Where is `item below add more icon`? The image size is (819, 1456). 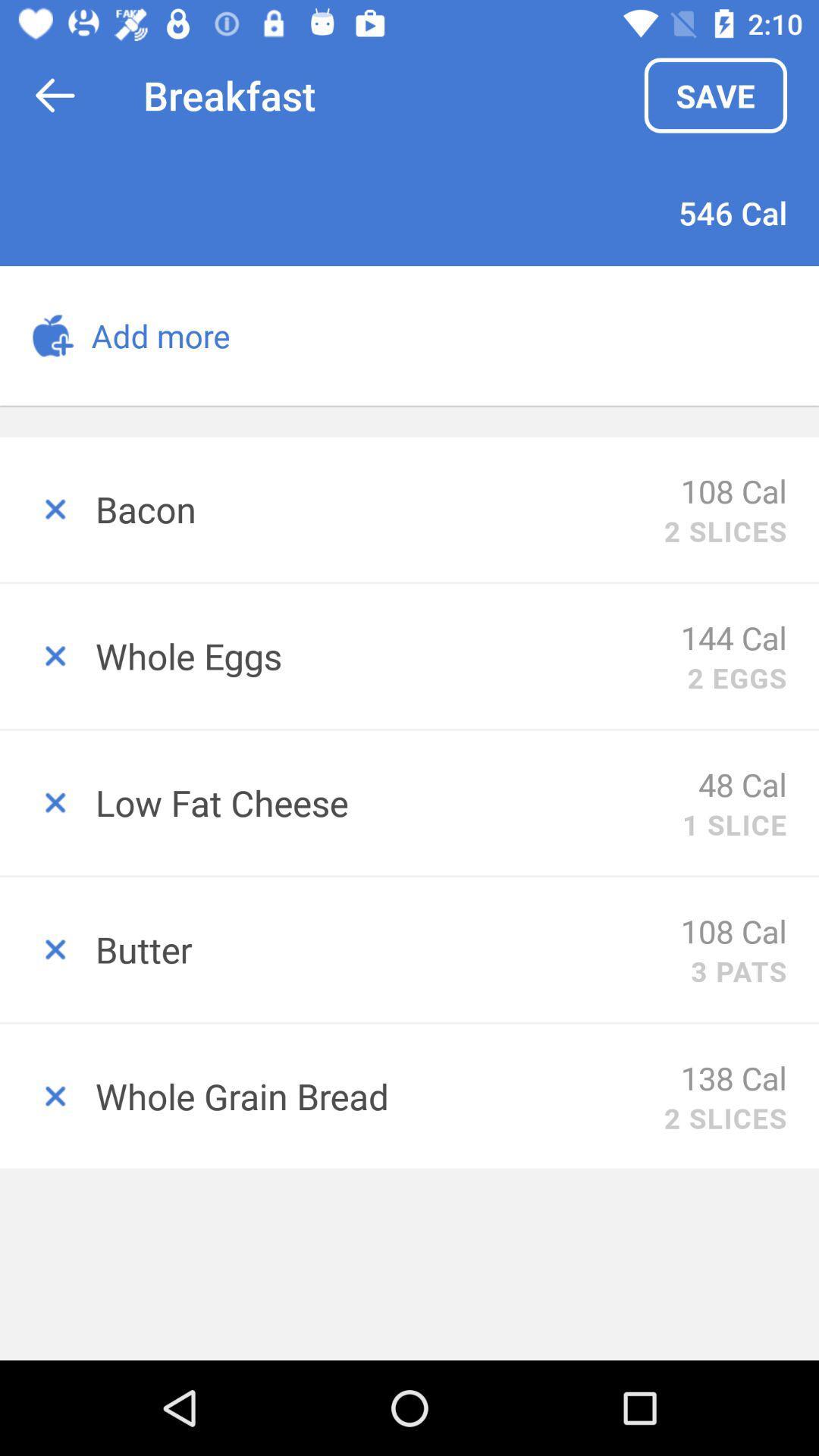 item below add more icon is located at coordinates (378, 509).